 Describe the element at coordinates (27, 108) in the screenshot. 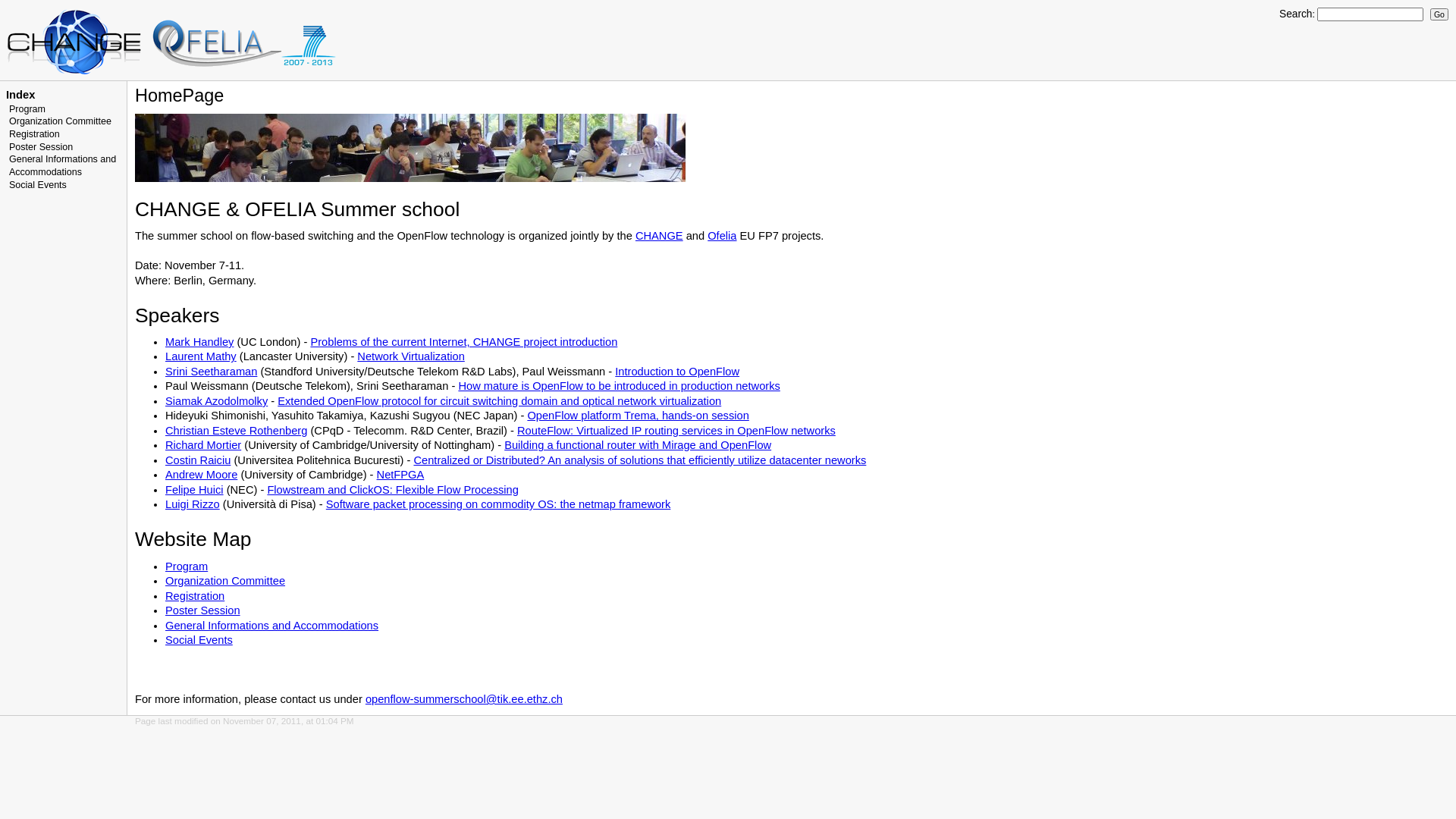

I see `'Program'` at that location.